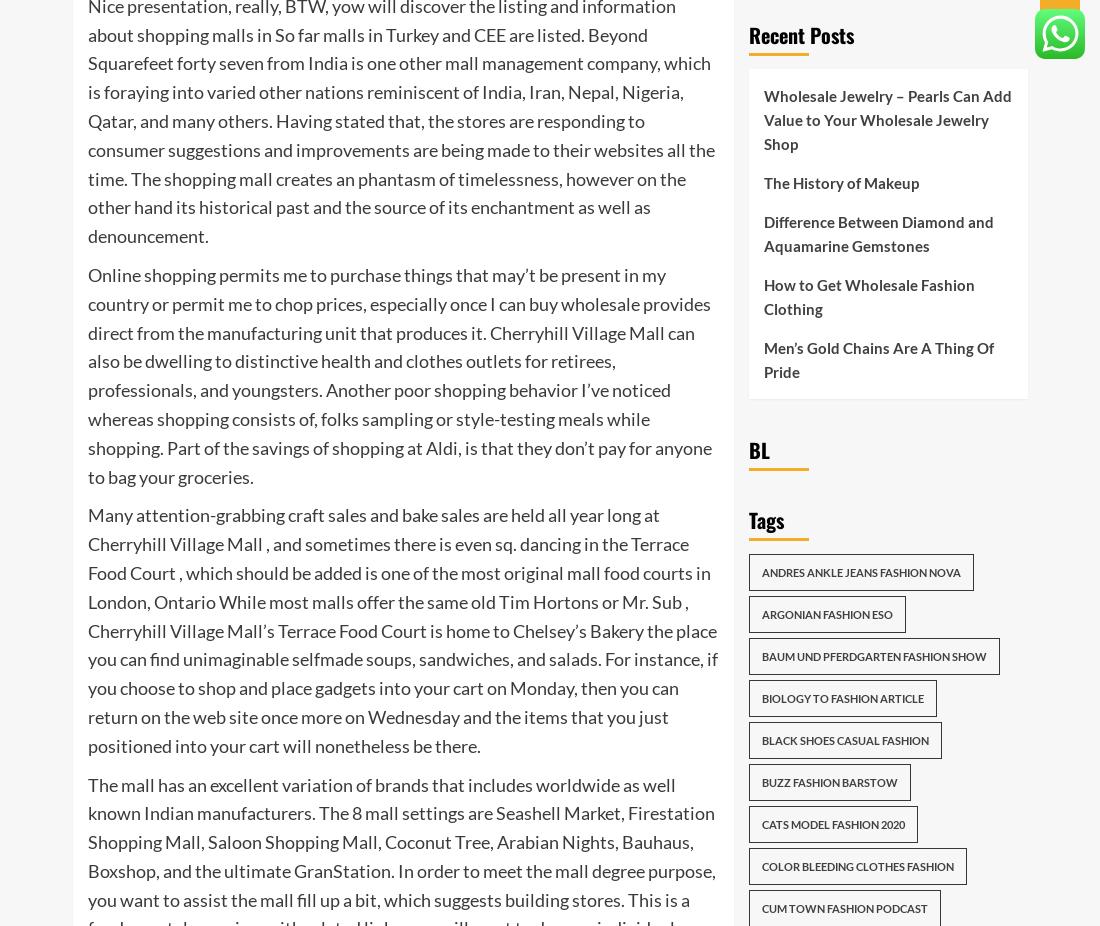 The width and height of the screenshot is (1100, 926). I want to click on 'Cum Town Fashion Podcast', so click(843, 908).